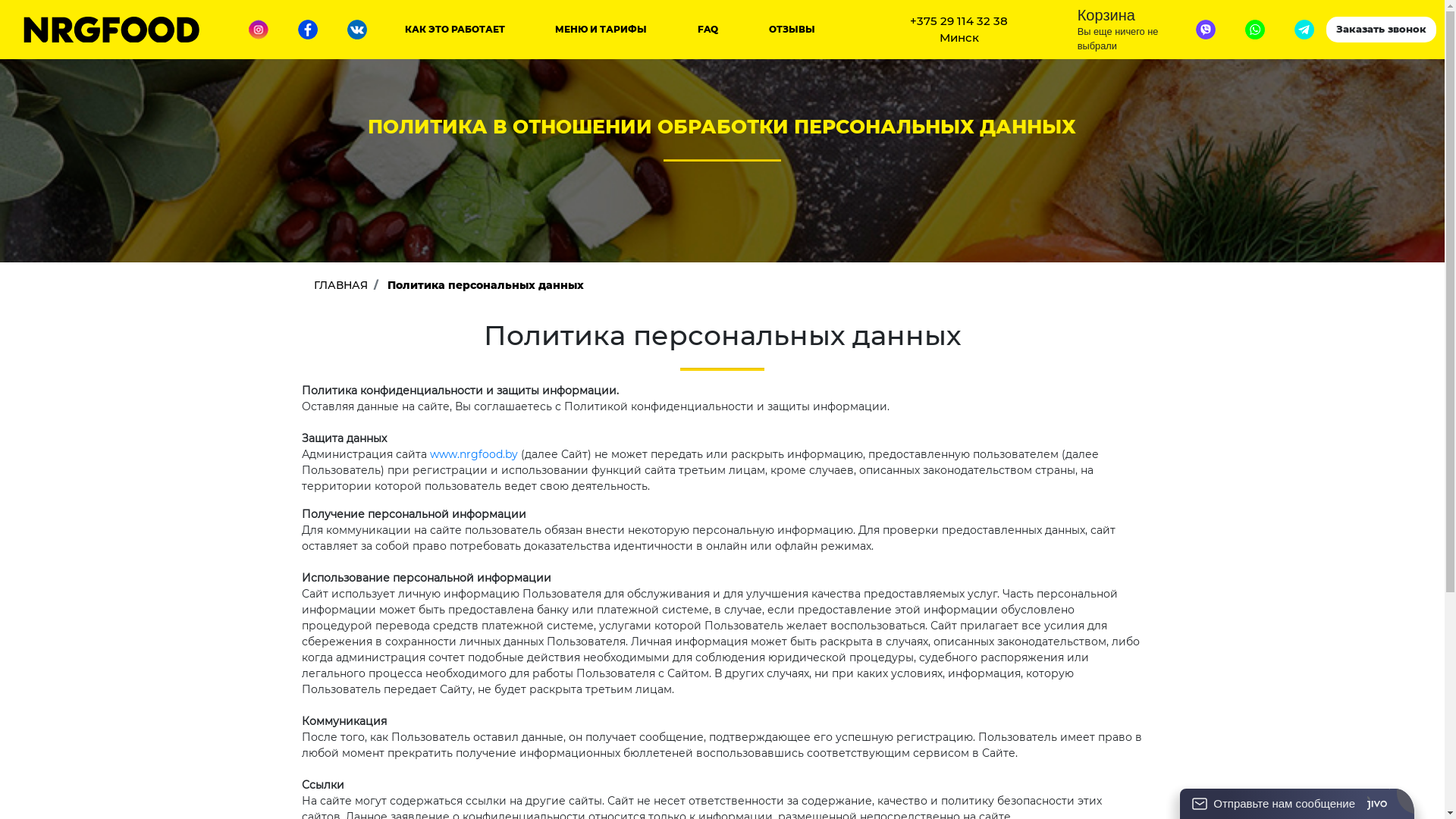 This screenshot has width=1456, height=819. I want to click on 'FAQ', so click(697, 29).